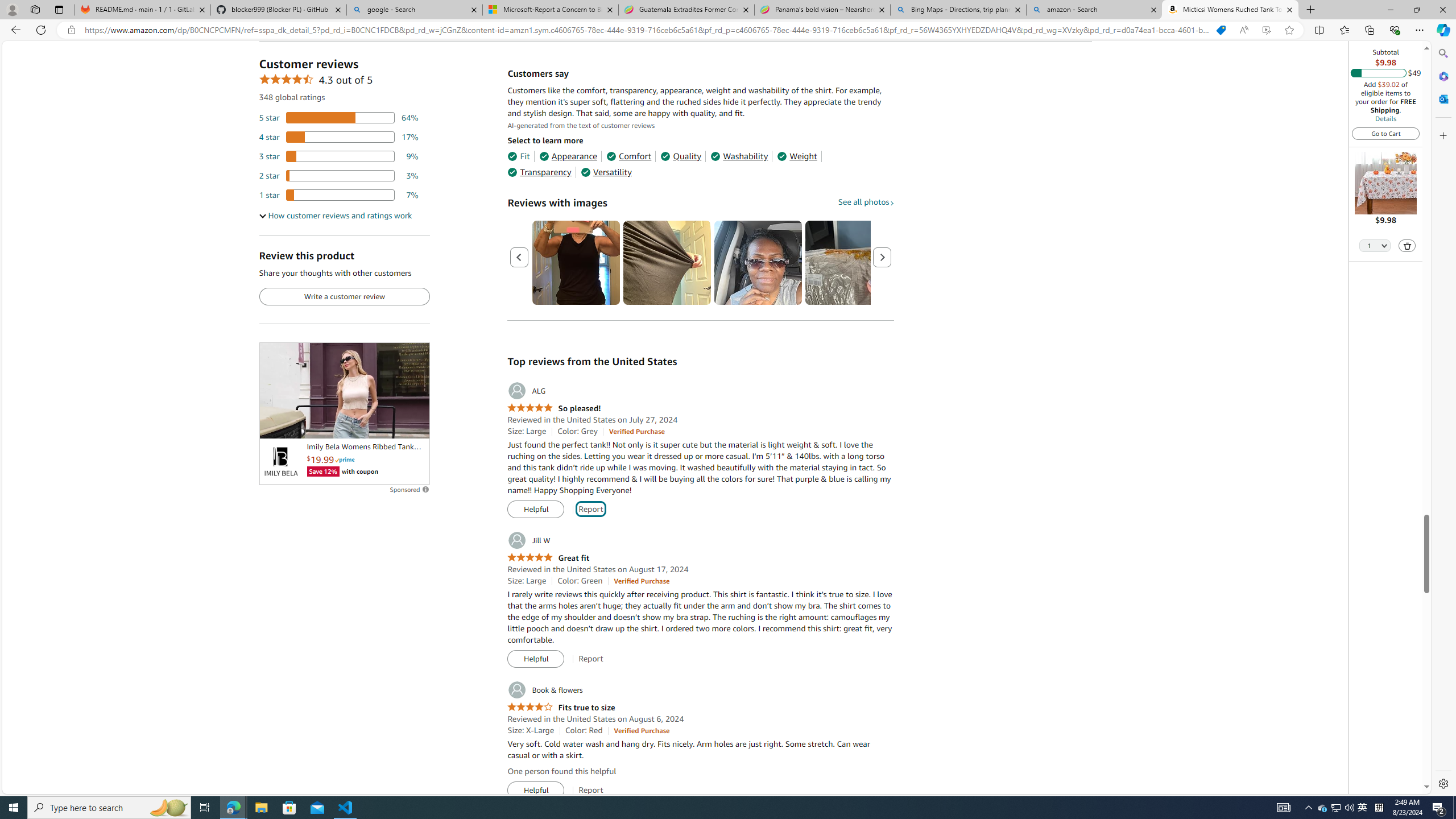  I want to click on '9 percent of reviews have 3 stars', so click(338, 156).